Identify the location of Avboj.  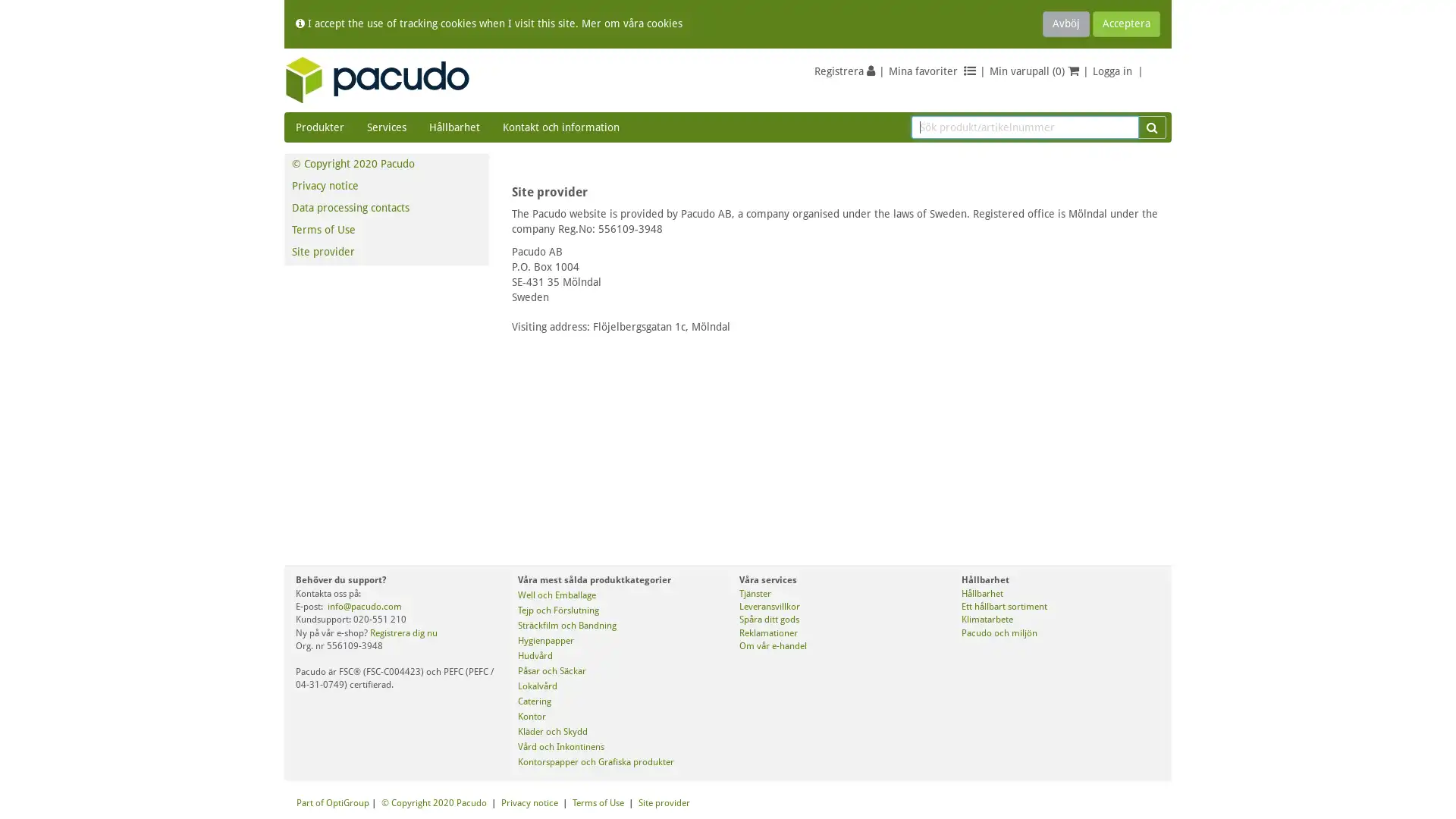
(1065, 24).